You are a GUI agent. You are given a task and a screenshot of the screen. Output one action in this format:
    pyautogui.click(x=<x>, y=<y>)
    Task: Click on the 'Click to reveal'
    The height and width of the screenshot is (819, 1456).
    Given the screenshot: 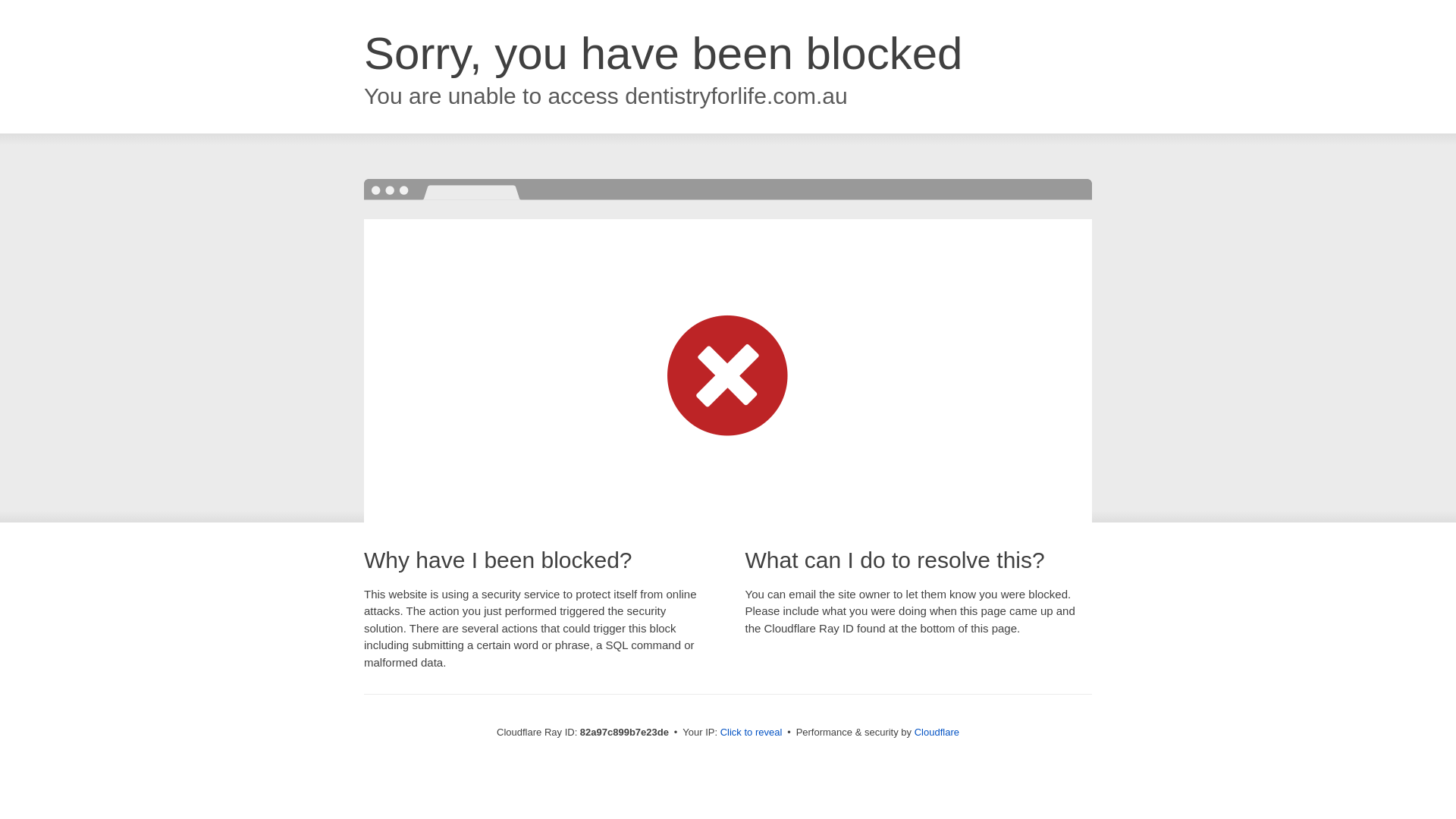 What is the action you would take?
    pyautogui.click(x=751, y=731)
    